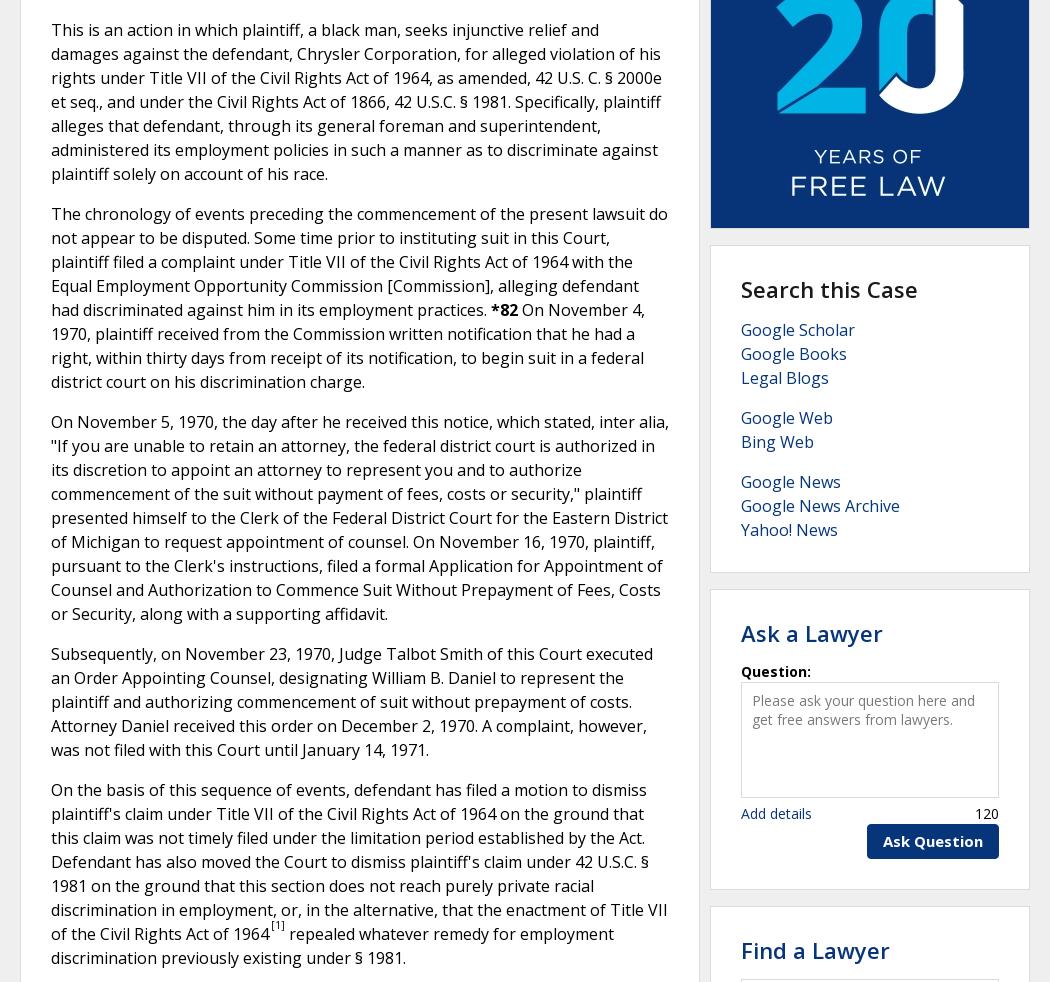 This screenshot has width=1050, height=982. Describe the element at coordinates (797, 329) in the screenshot. I see `'Google Scholar'` at that location.